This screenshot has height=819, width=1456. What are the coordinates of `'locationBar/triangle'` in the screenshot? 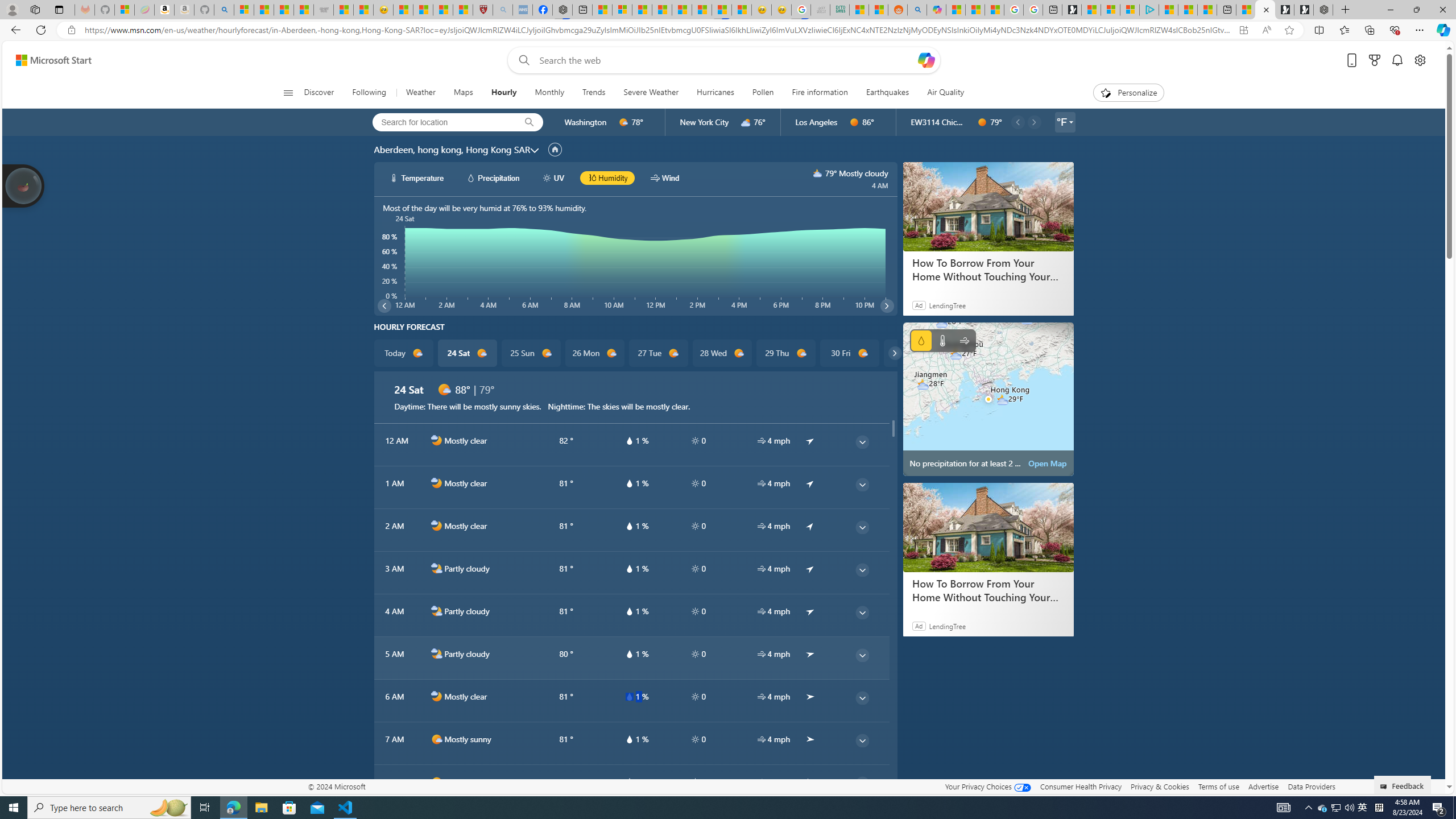 It's located at (1070, 122).